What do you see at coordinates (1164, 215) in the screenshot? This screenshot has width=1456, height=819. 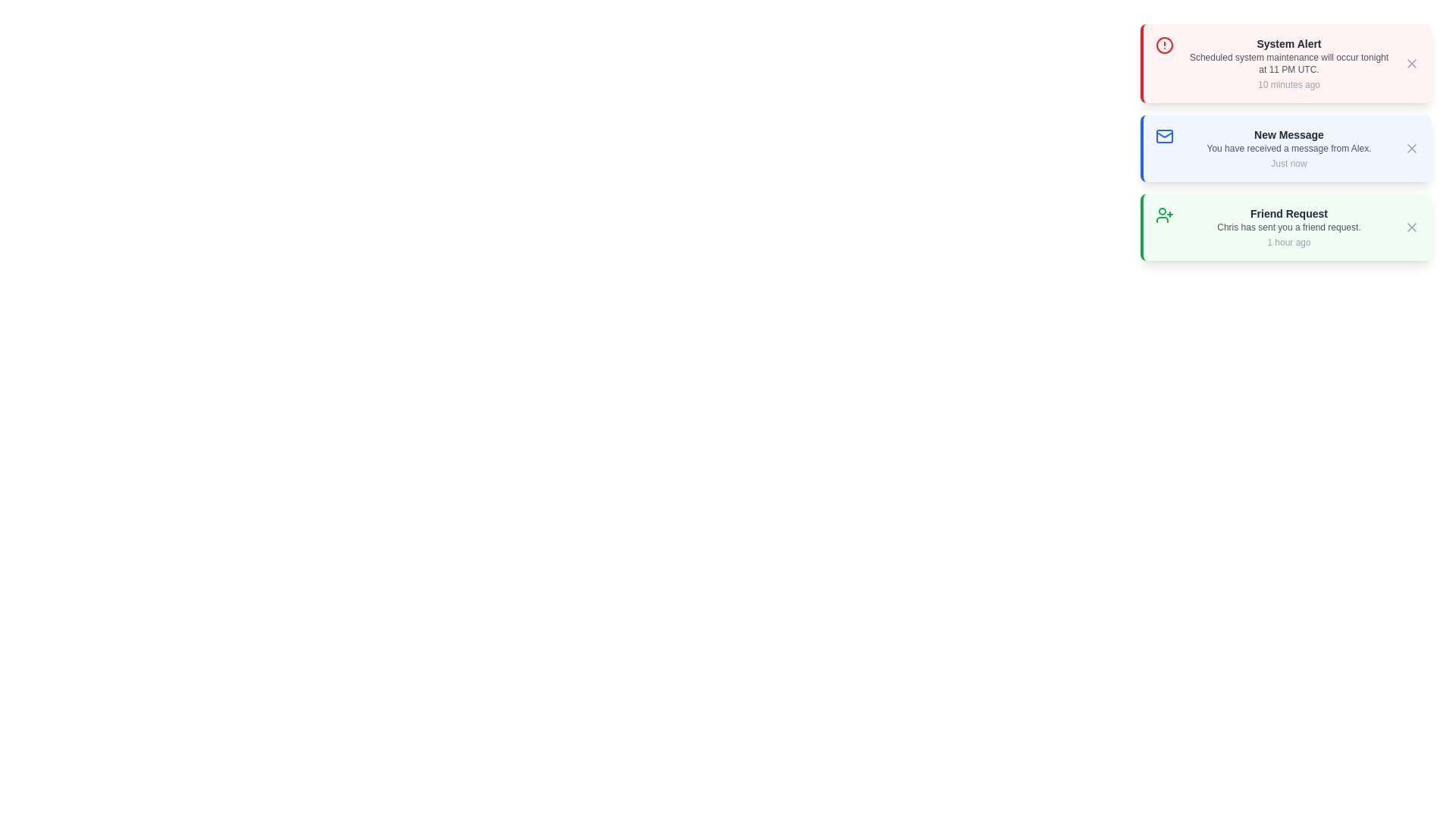 I see `the friend request icon located at the leftmost side of the notification panel, adjacent to the 'Friend Request' text` at bounding box center [1164, 215].